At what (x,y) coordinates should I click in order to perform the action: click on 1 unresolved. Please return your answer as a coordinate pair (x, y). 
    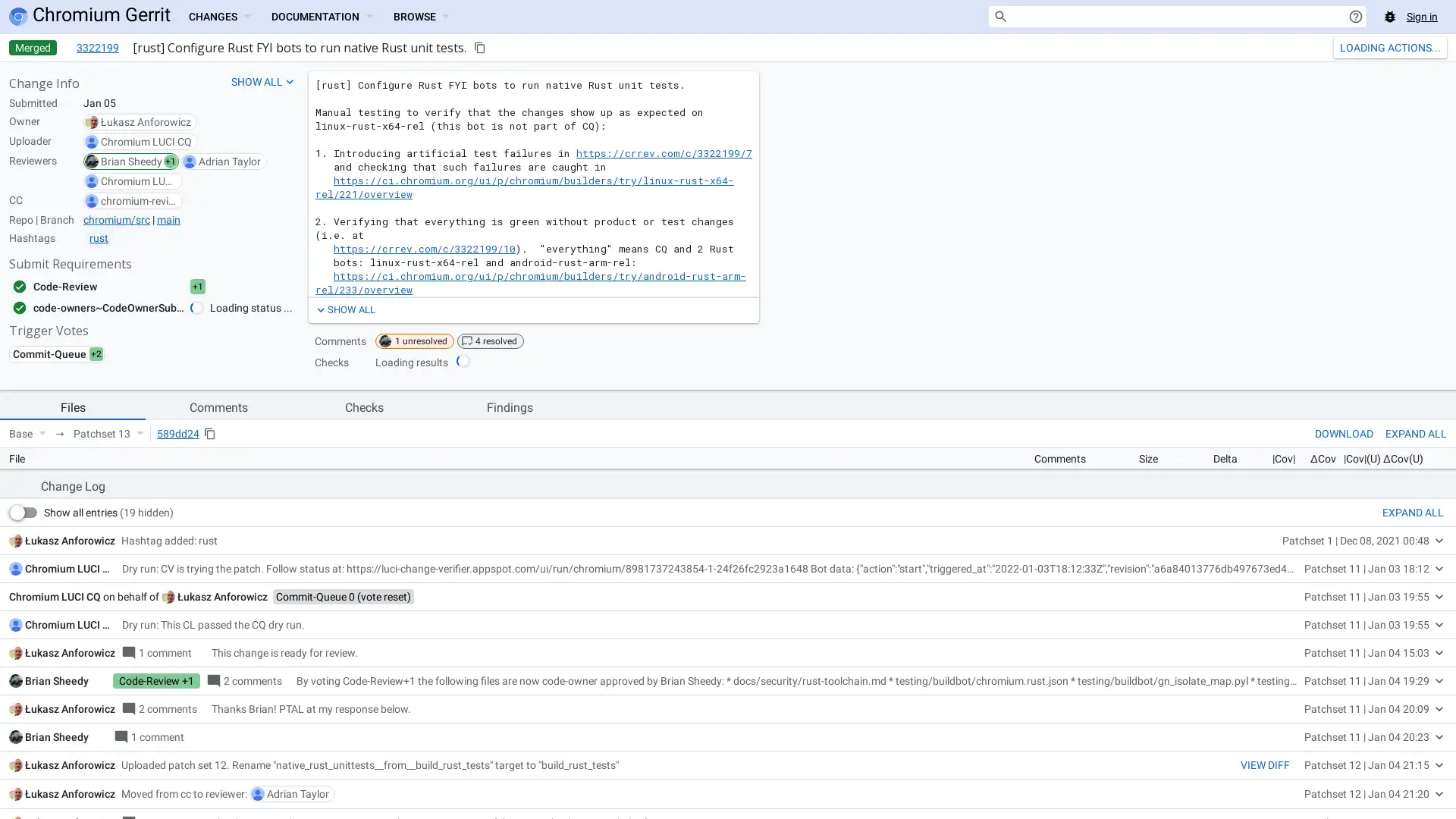
    Looking at the image, I should click on (415, 341).